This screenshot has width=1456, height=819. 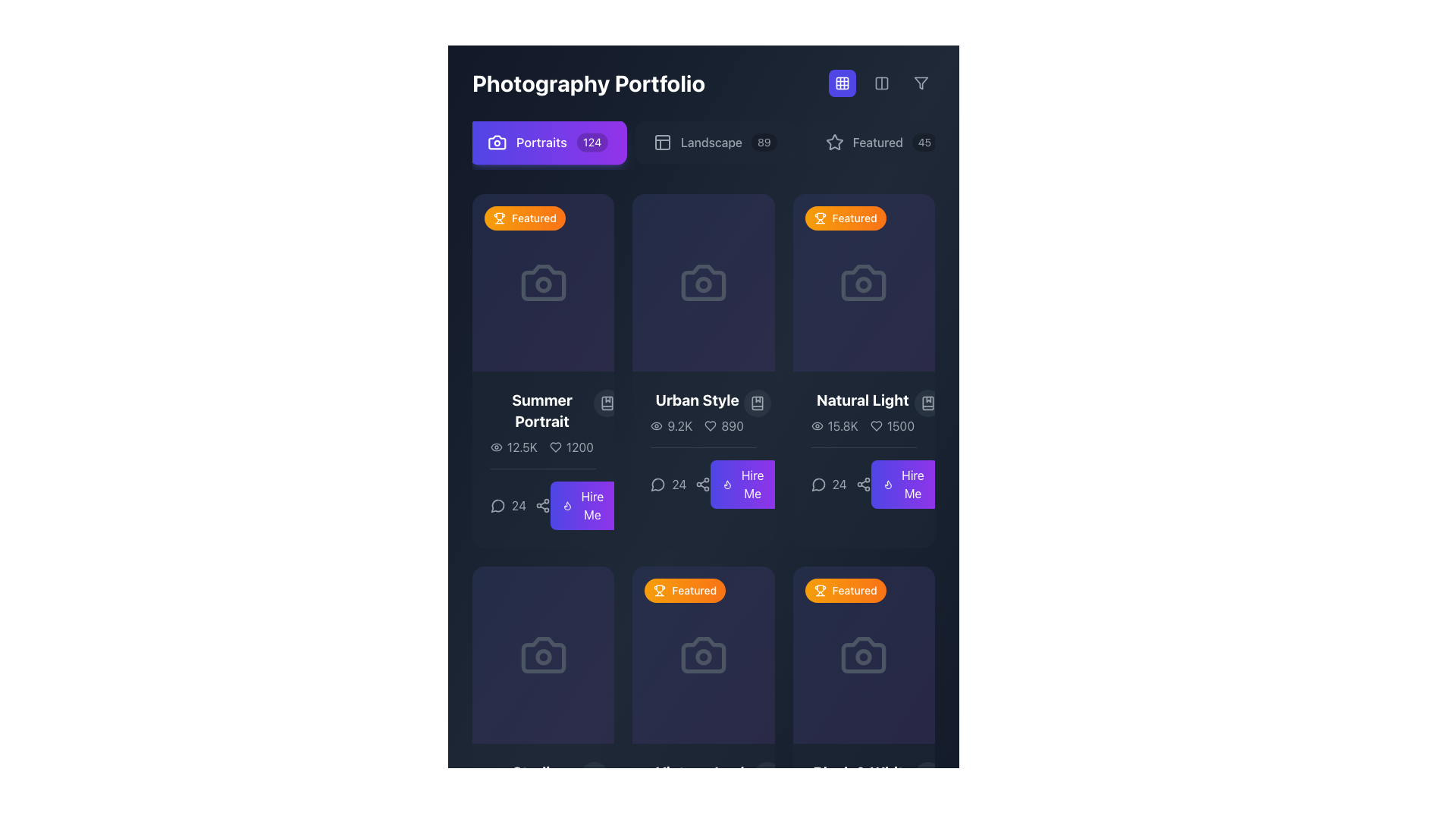 What do you see at coordinates (702, 656) in the screenshot?
I see `the small circular graphical component at the center of the camera icon in the second row and third column of the grid layout under the 'Photography Portfolio' section` at bounding box center [702, 656].